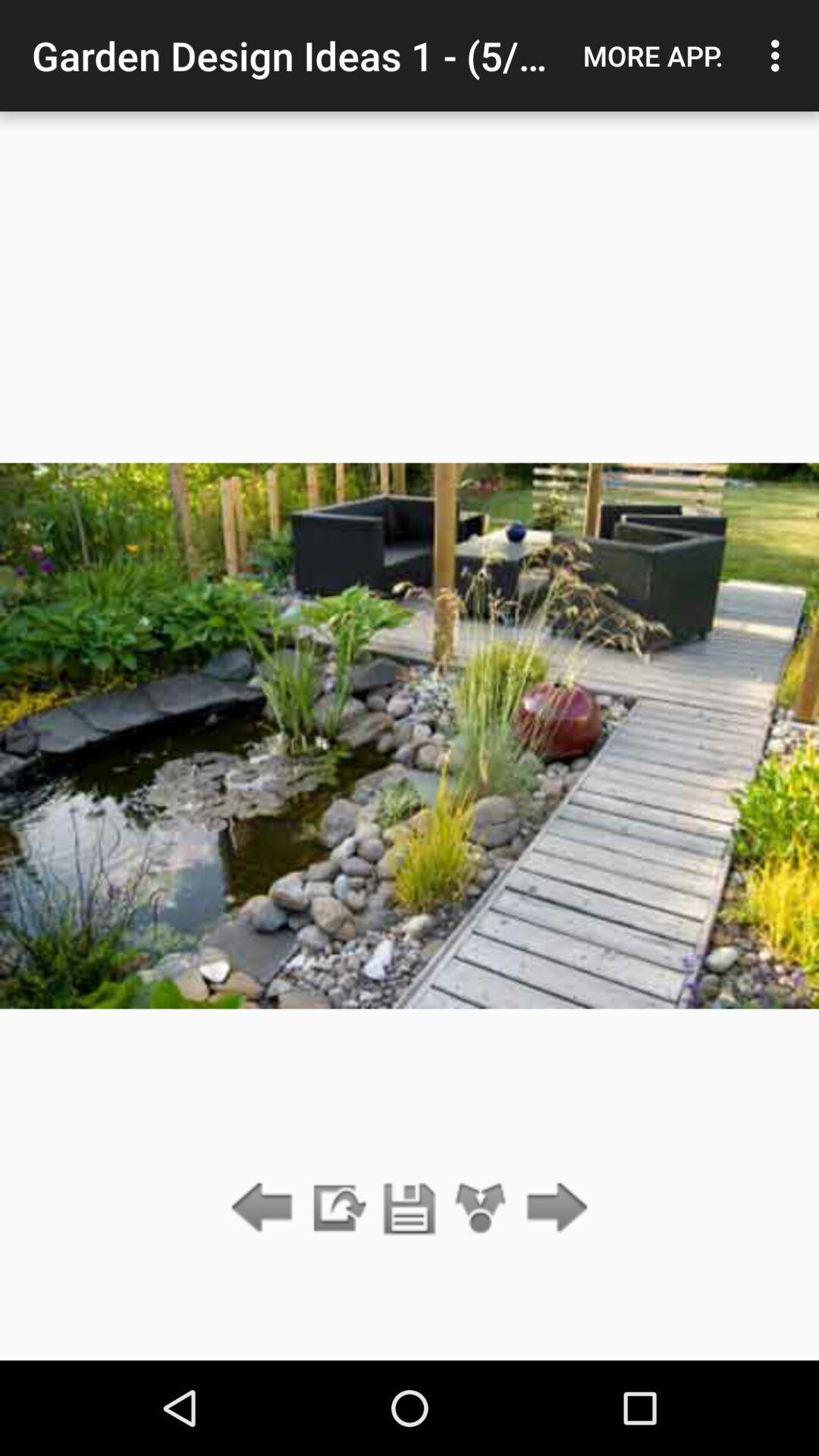  Describe the element at coordinates (337, 1208) in the screenshot. I see `share image` at that location.